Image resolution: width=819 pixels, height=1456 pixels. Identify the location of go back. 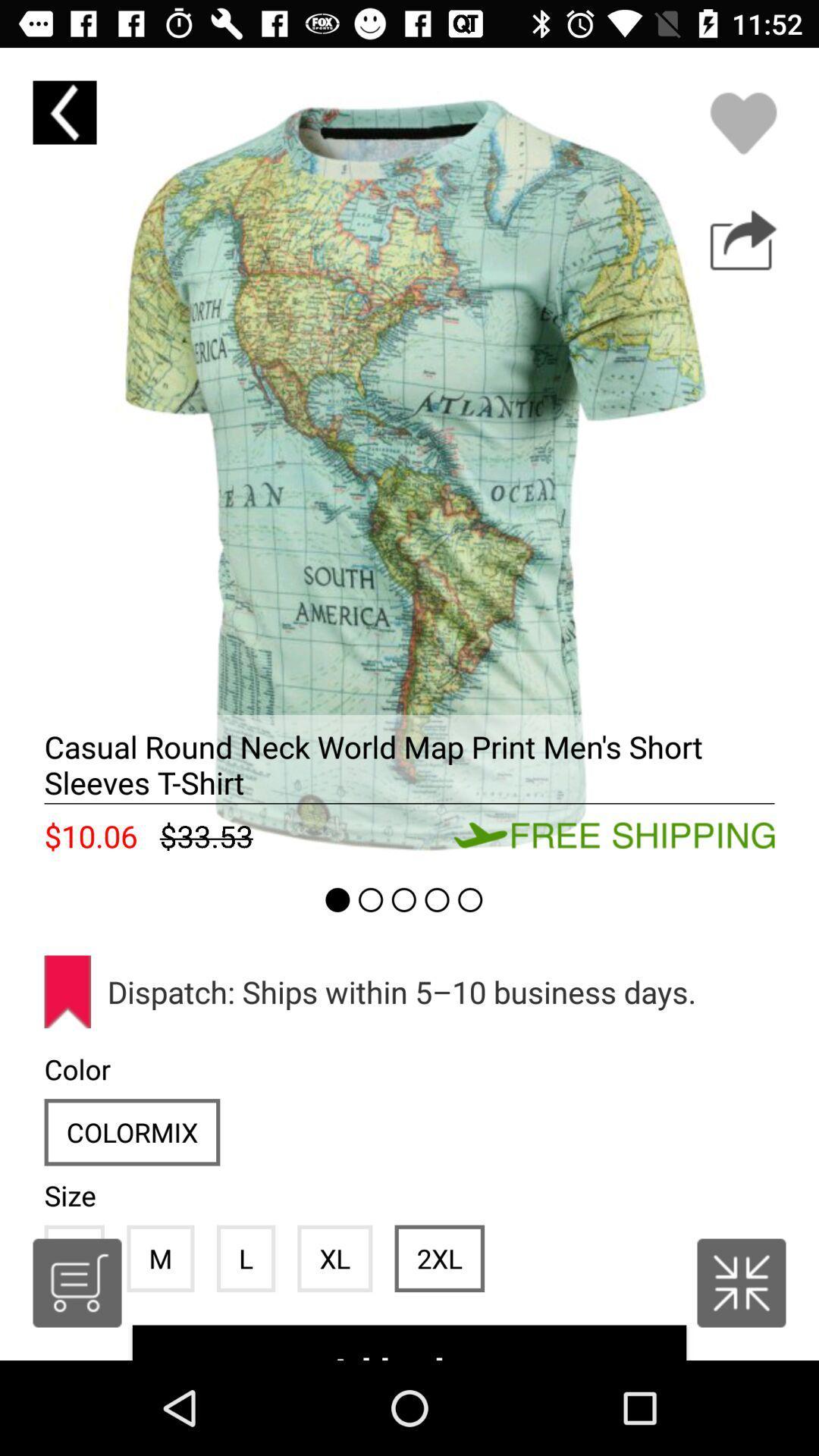
(64, 111).